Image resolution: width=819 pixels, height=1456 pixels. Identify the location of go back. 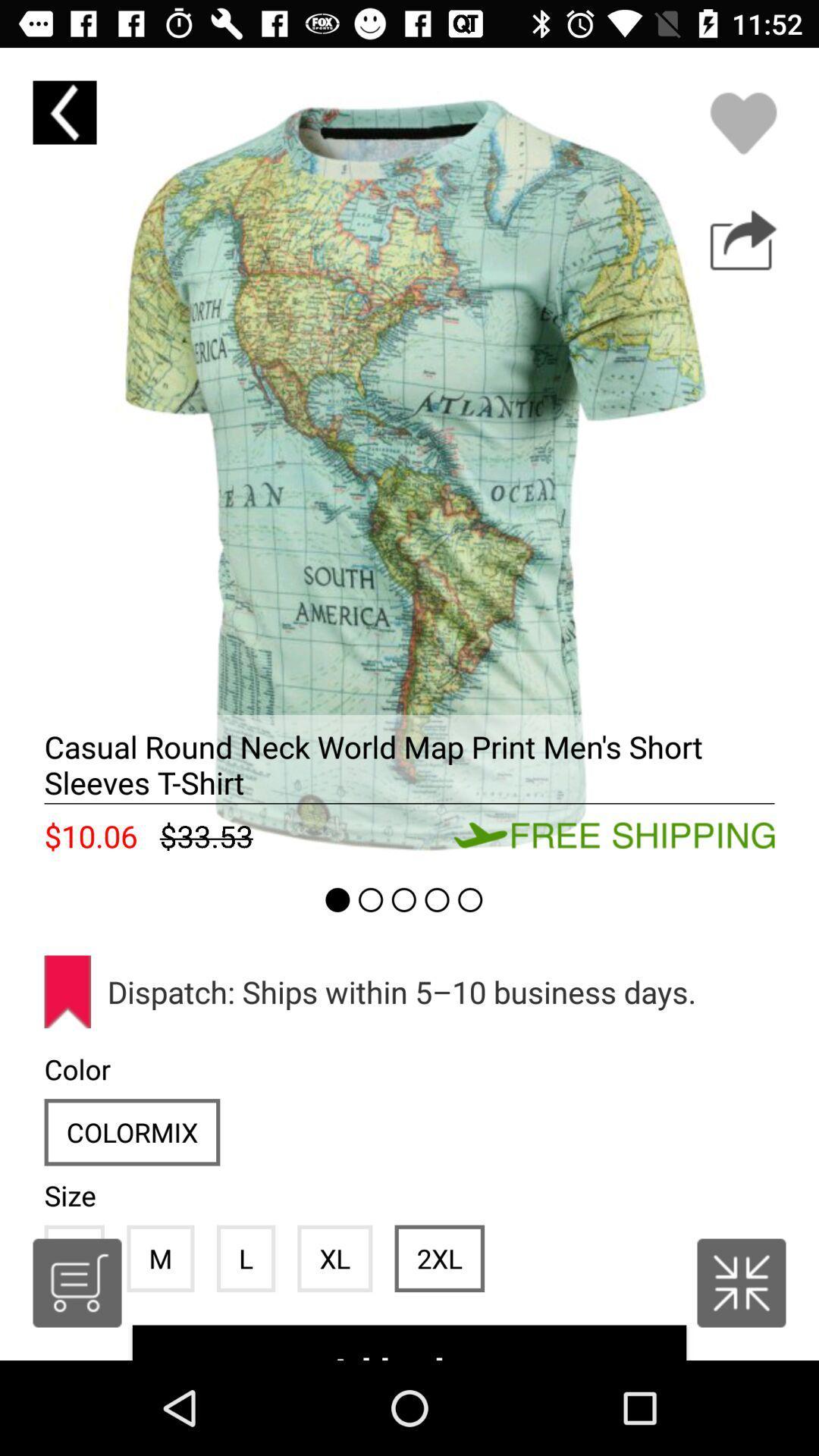
(64, 111).